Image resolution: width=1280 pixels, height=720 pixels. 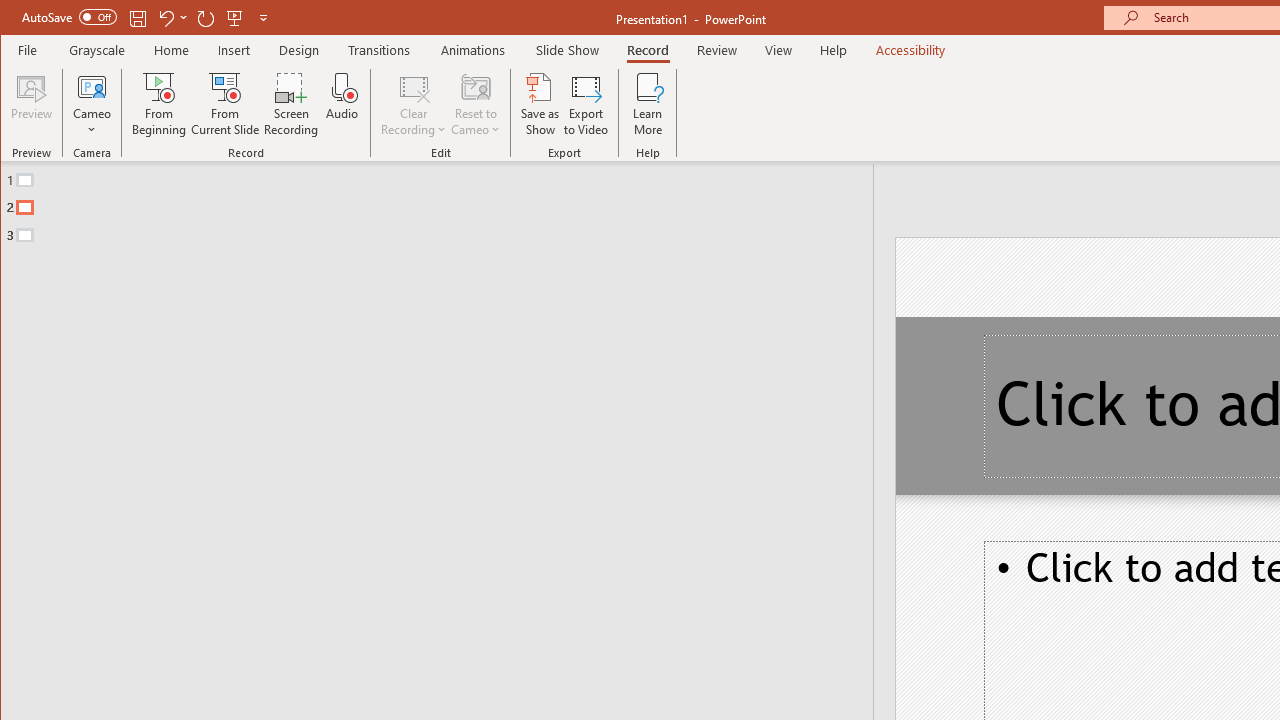 What do you see at coordinates (225, 104) in the screenshot?
I see `'From Current Slide...'` at bounding box center [225, 104].